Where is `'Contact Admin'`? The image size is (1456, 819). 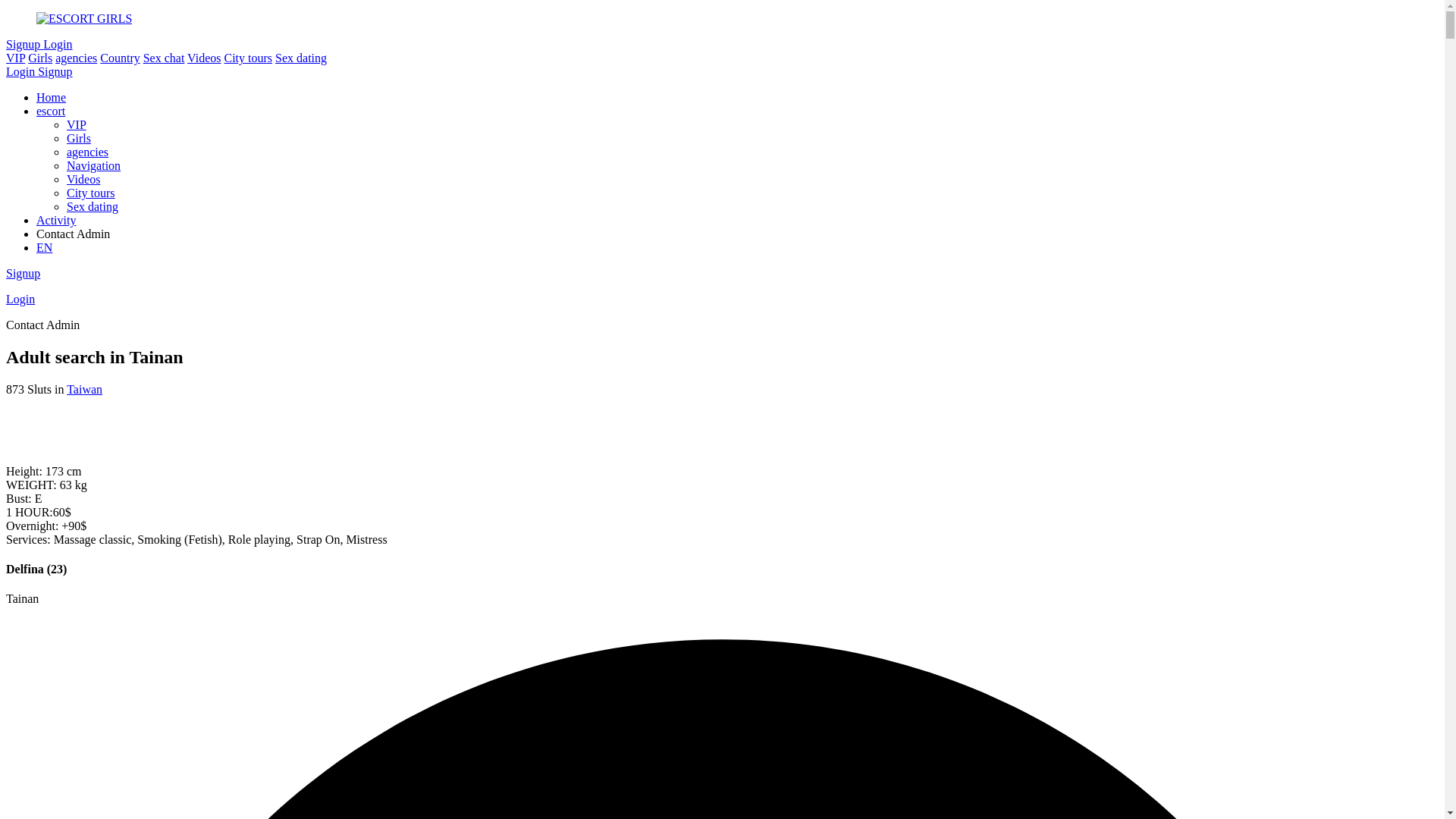 'Contact Admin' is located at coordinates (42, 324).